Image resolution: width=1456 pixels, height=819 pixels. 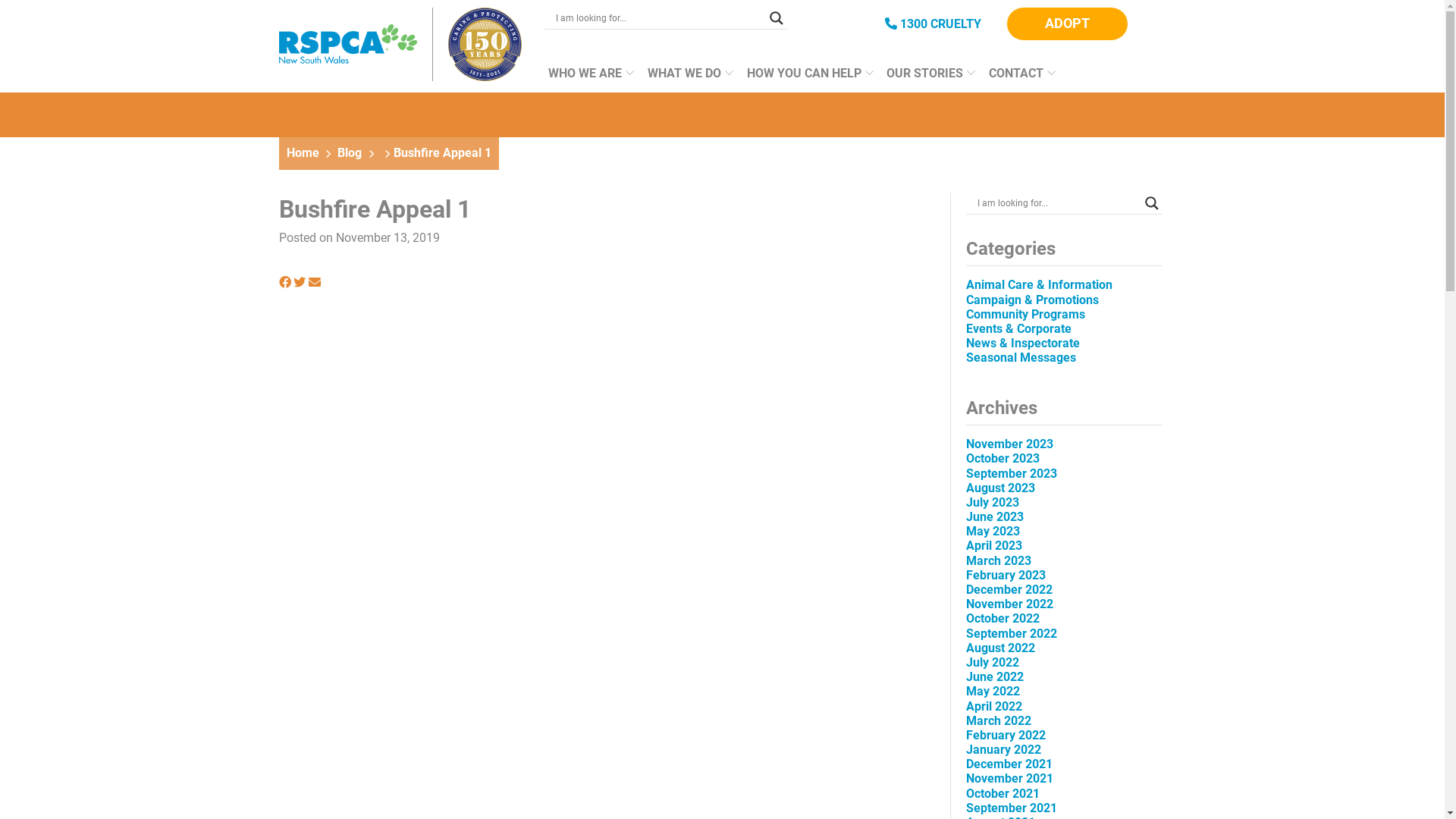 I want to click on 'September 2023', so click(x=1012, y=472).